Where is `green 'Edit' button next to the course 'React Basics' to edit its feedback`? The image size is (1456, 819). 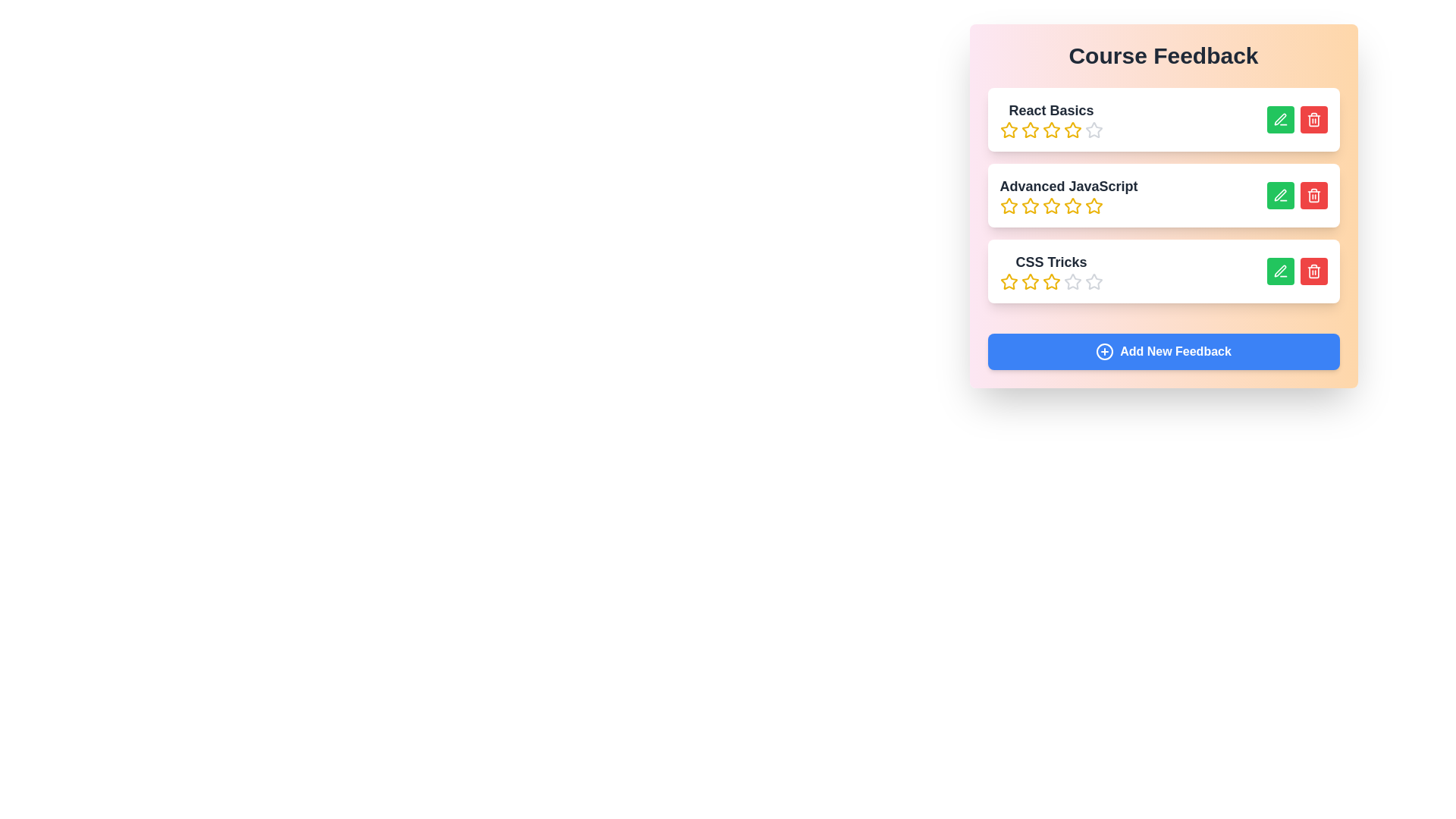 green 'Edit' button next to the course 'React Basics' to edit its feedback is located at coordinates (1279, 119).